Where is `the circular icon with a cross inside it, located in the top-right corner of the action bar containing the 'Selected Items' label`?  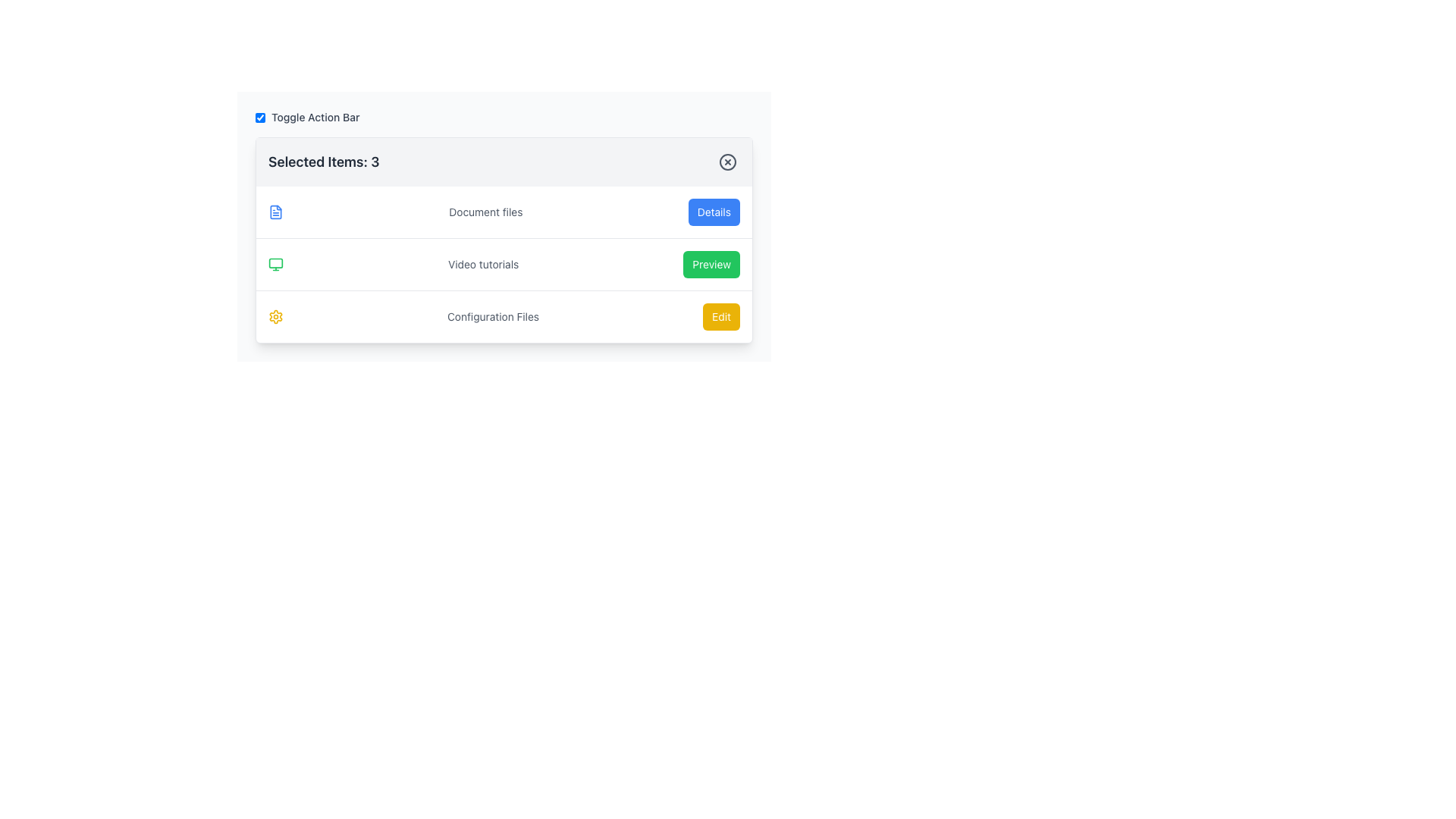 the circular icon with a cross inside it, located in the top-right corner of the action bar containing the 'Selected Items' label is located at coordinates (728, 162).